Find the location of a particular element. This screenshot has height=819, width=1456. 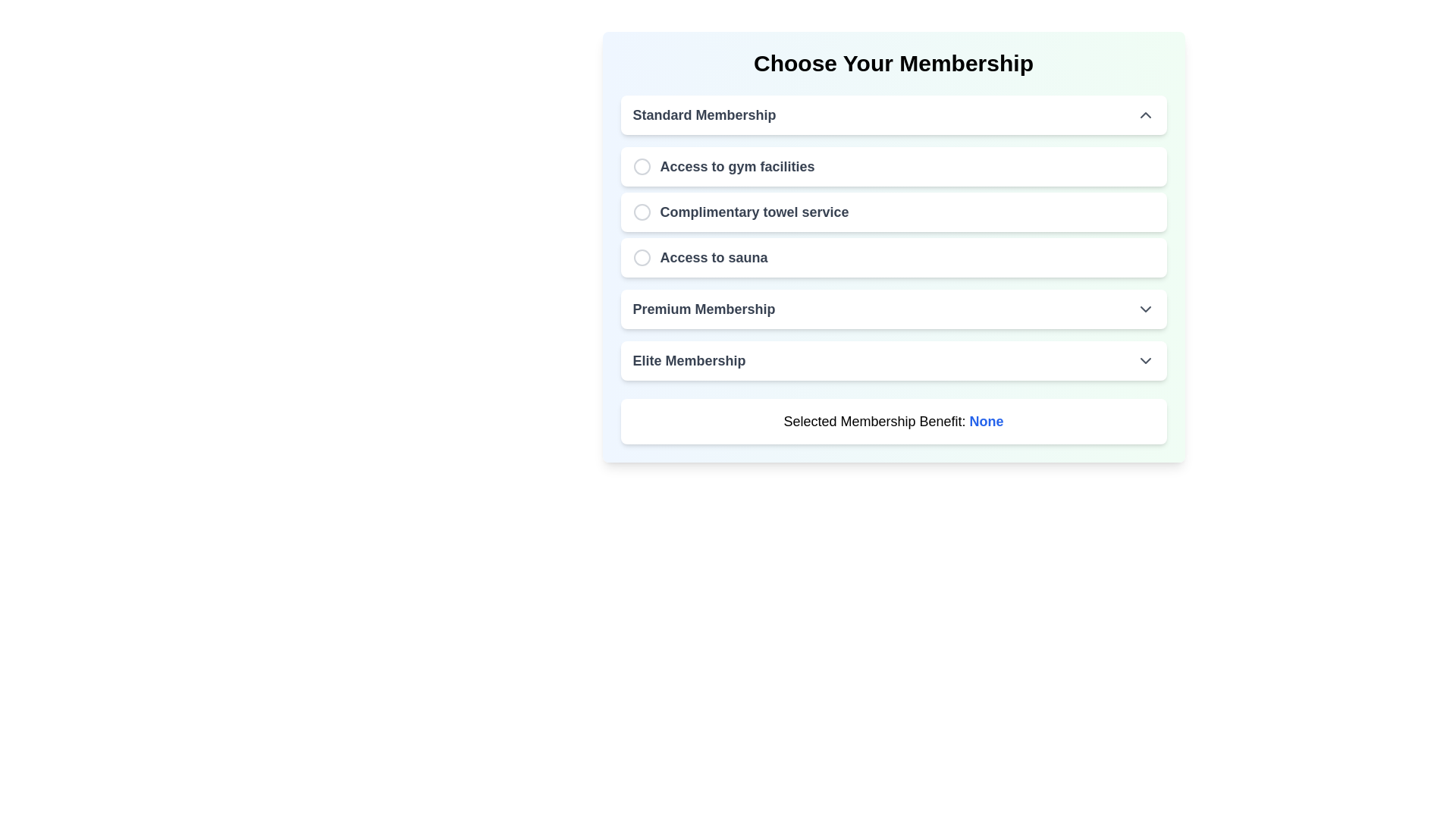

text label displaying 'Standard Membership', which is styled in bold, dark gray font and located at the top-left corner of a card interface is located at coordinates (704, 114).